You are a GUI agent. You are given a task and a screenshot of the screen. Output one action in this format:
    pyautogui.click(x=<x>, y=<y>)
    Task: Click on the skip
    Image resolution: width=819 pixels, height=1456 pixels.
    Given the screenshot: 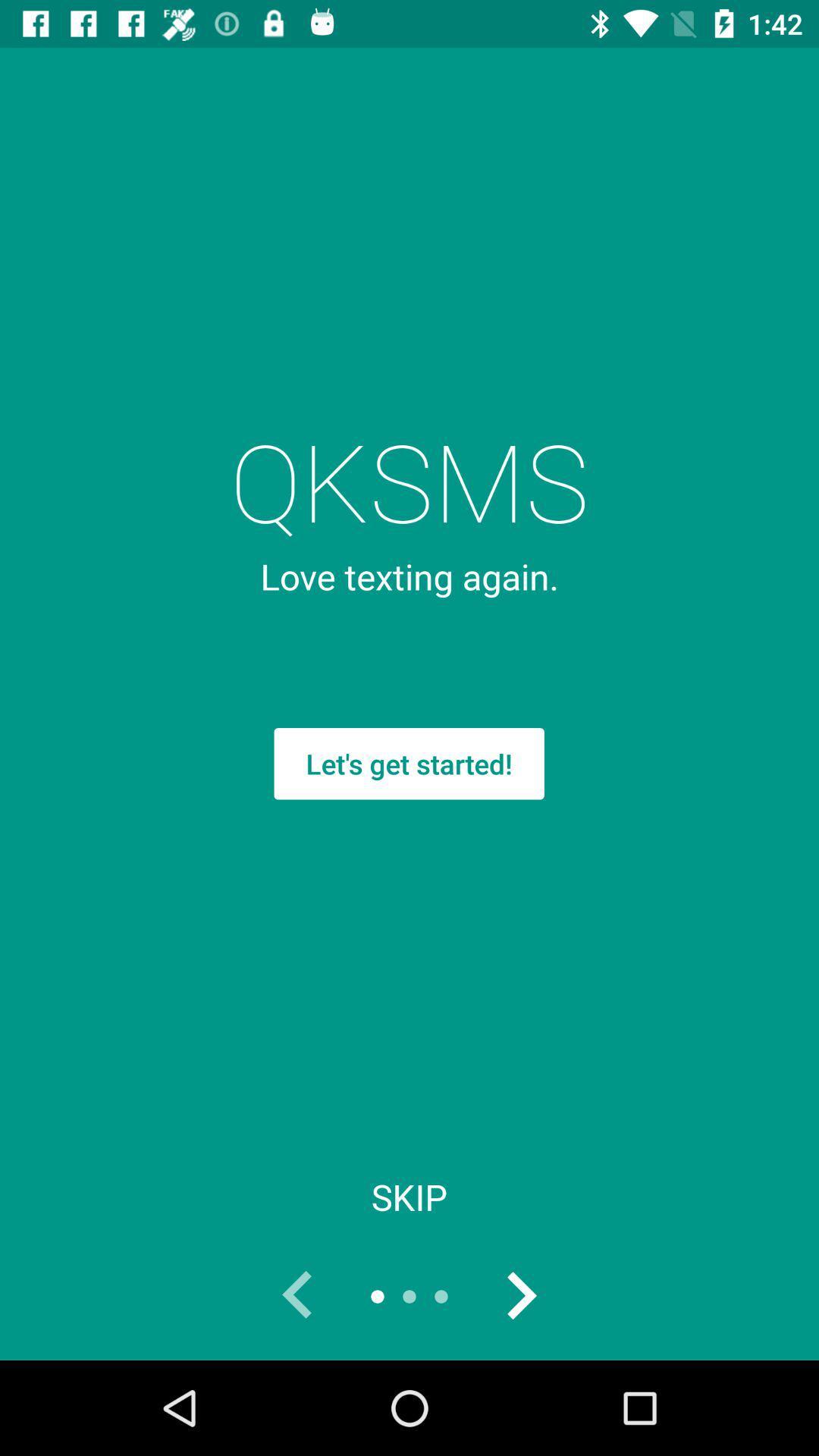 What is the action you would take?
    pyautogui.click(x=409, y=1196)
    